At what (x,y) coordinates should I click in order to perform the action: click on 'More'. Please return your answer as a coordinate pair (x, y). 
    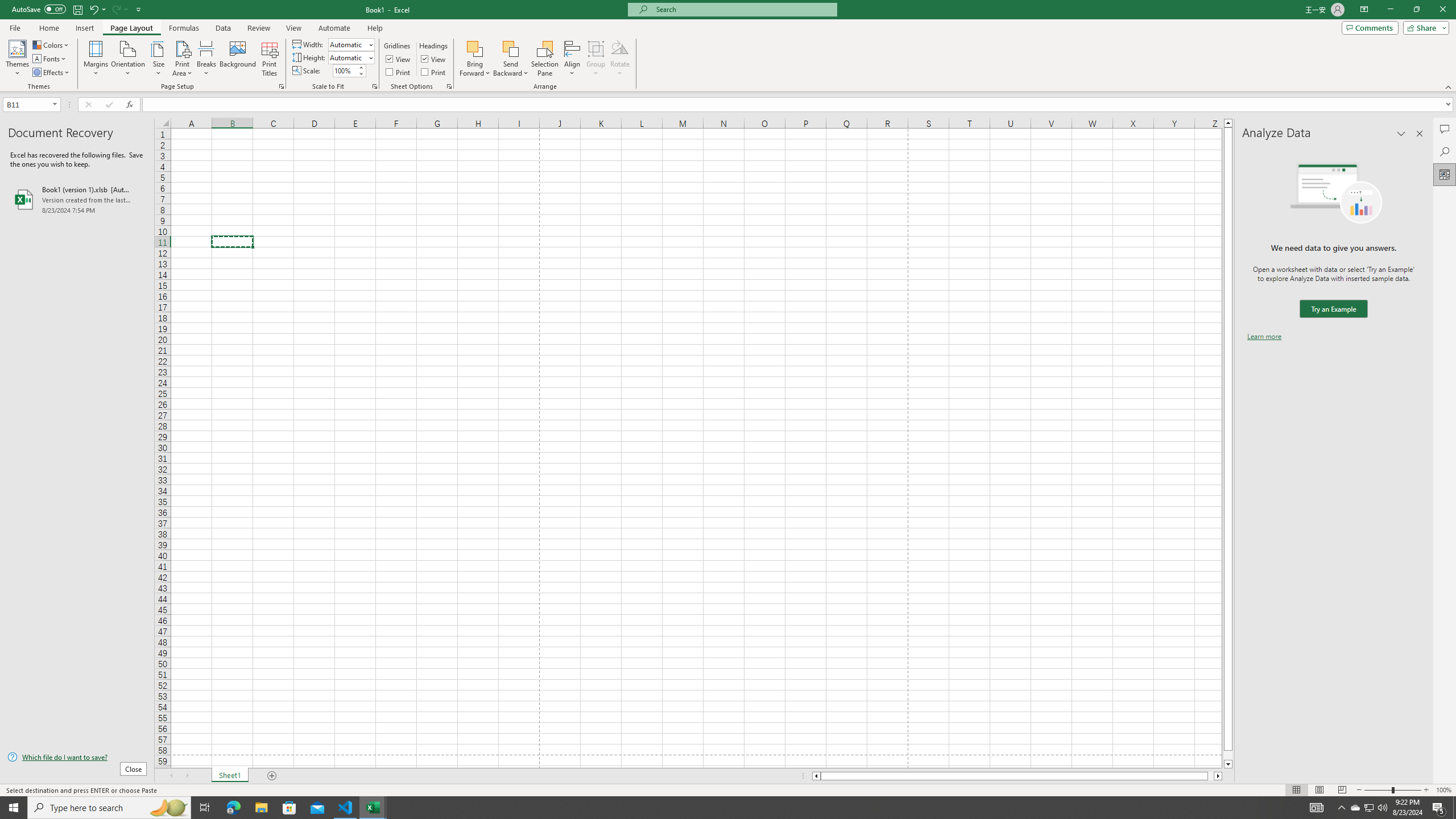
    Looking at the image, I should click on (360, 67).